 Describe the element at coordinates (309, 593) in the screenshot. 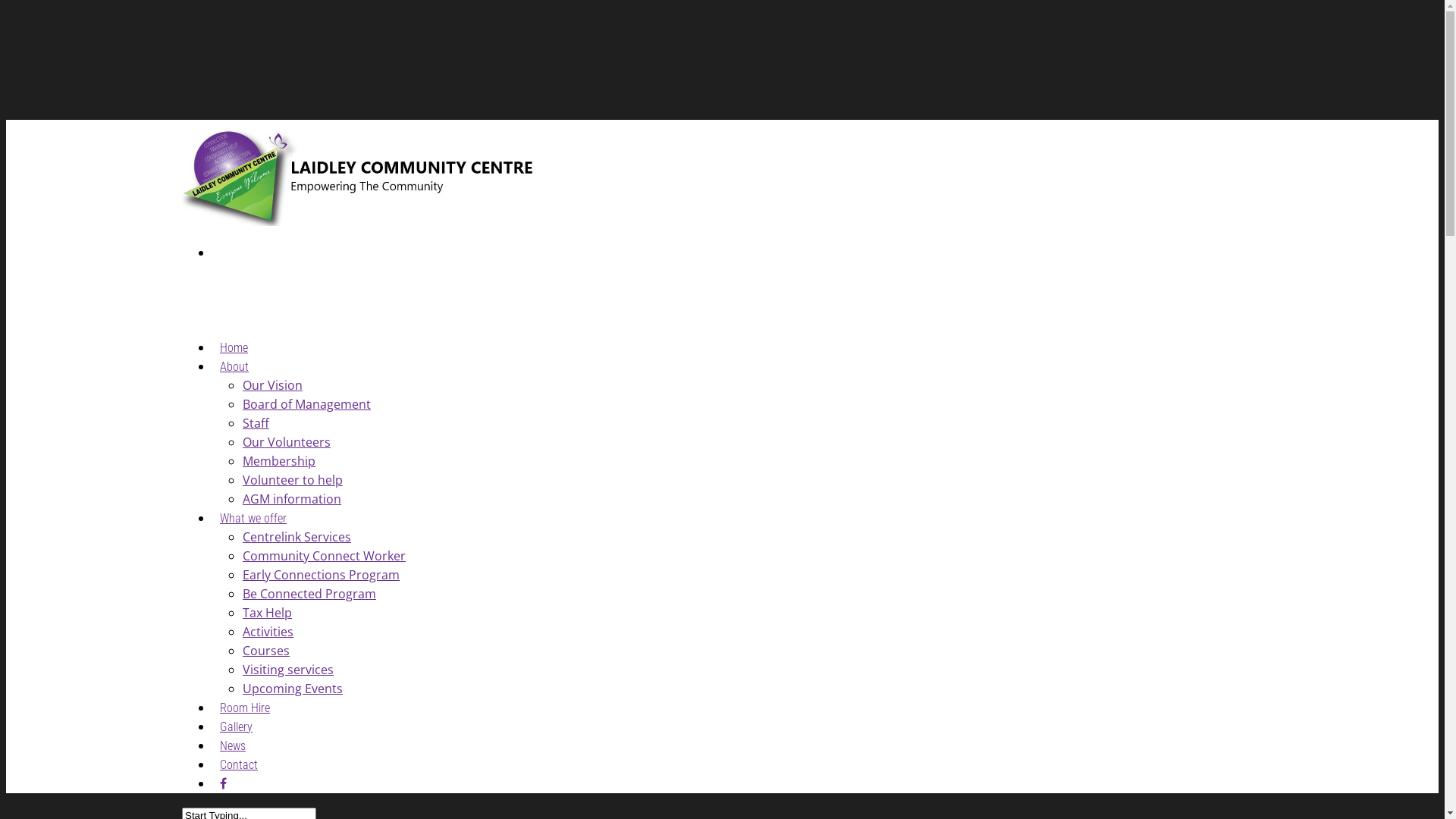

I see `'Be Connected Program'` at that location.